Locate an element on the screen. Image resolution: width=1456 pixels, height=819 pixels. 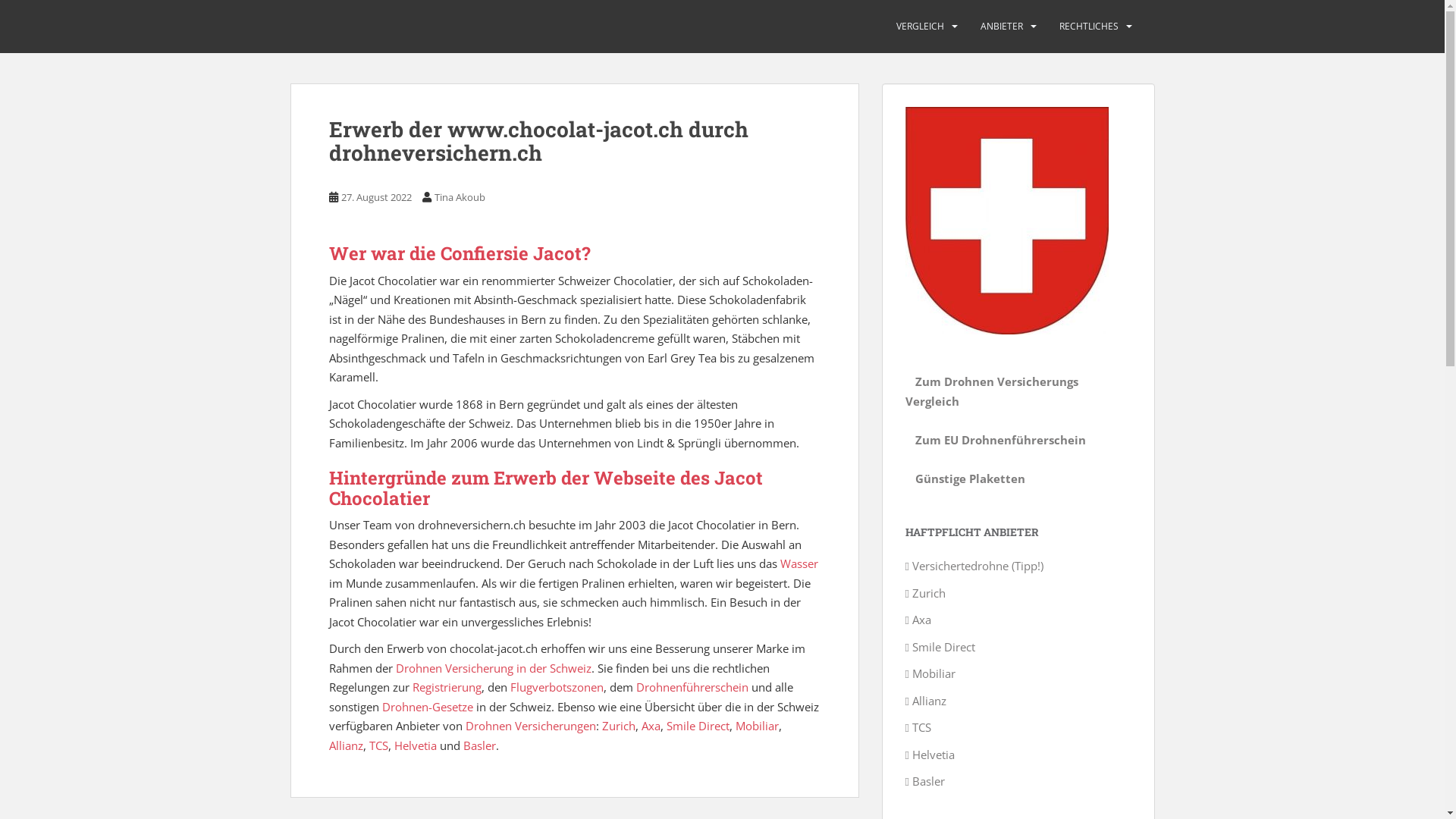
'Wasser' is located at coordinates (797, 563).